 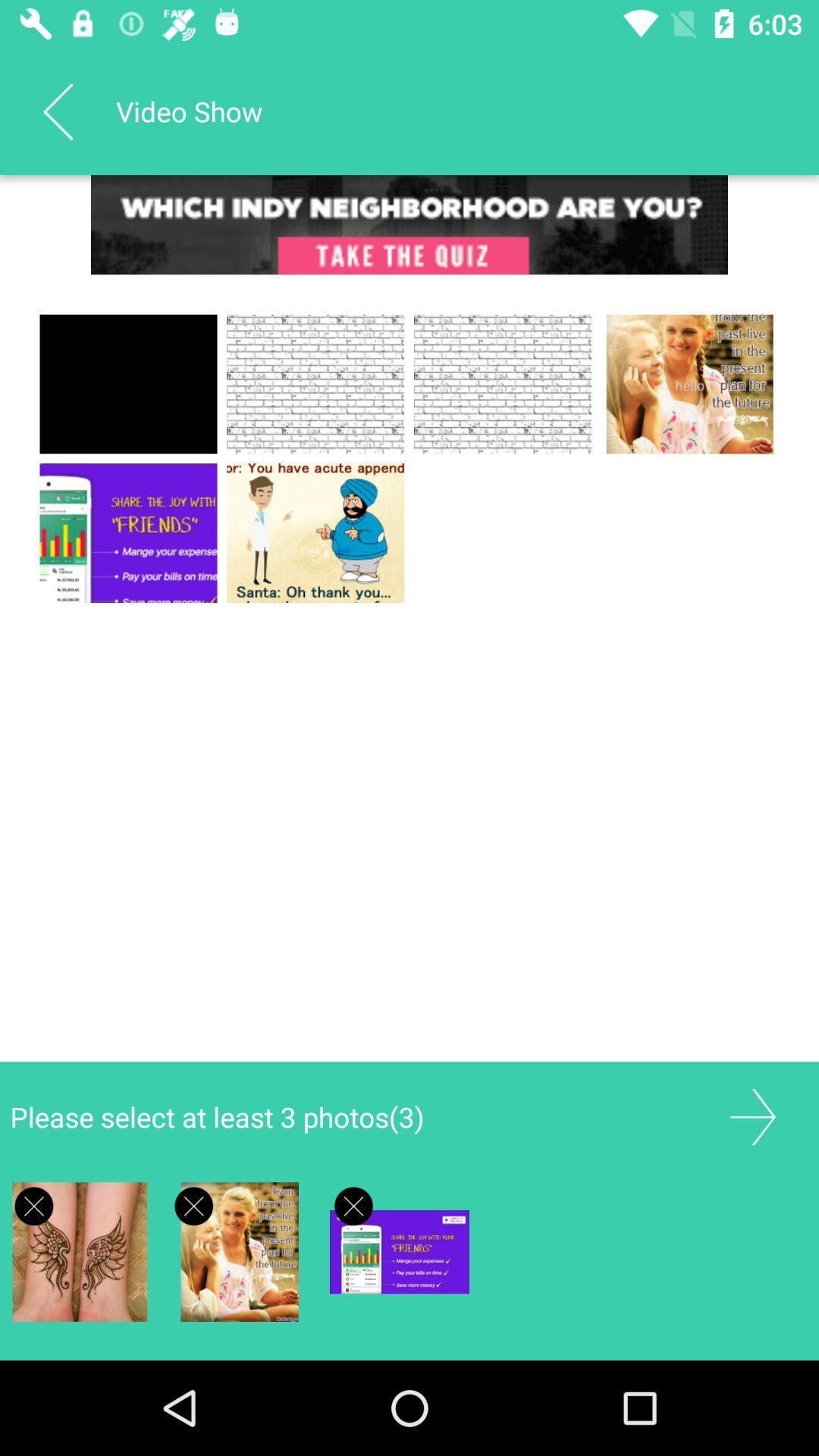 I want to click on advertisement, so click(x=409, y=224).